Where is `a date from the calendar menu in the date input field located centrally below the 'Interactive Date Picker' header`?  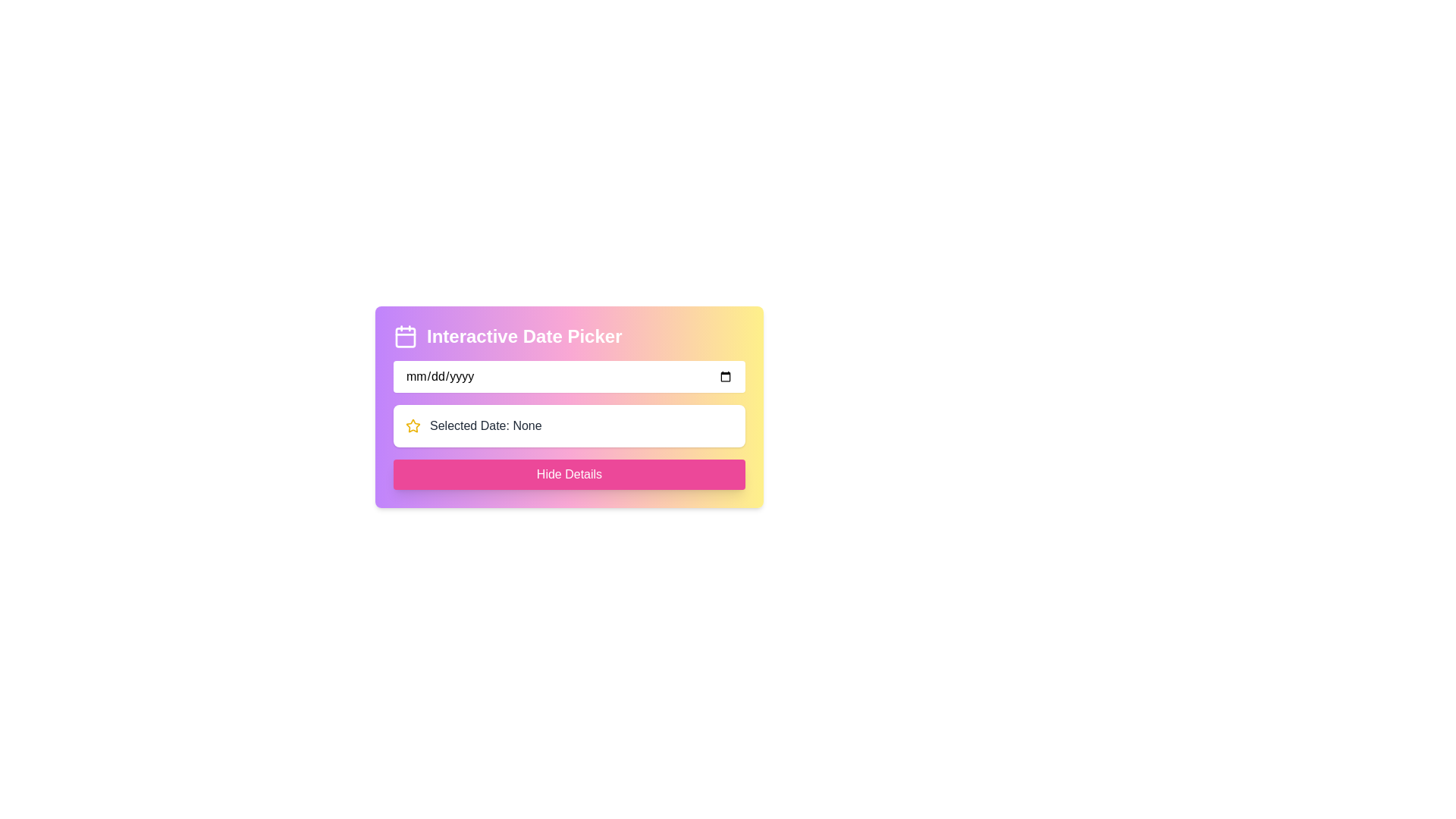
a date from the calendar menu in the date input field located centrally below the 'Interactive Date Picker' header is located at coordinates (568, 376).